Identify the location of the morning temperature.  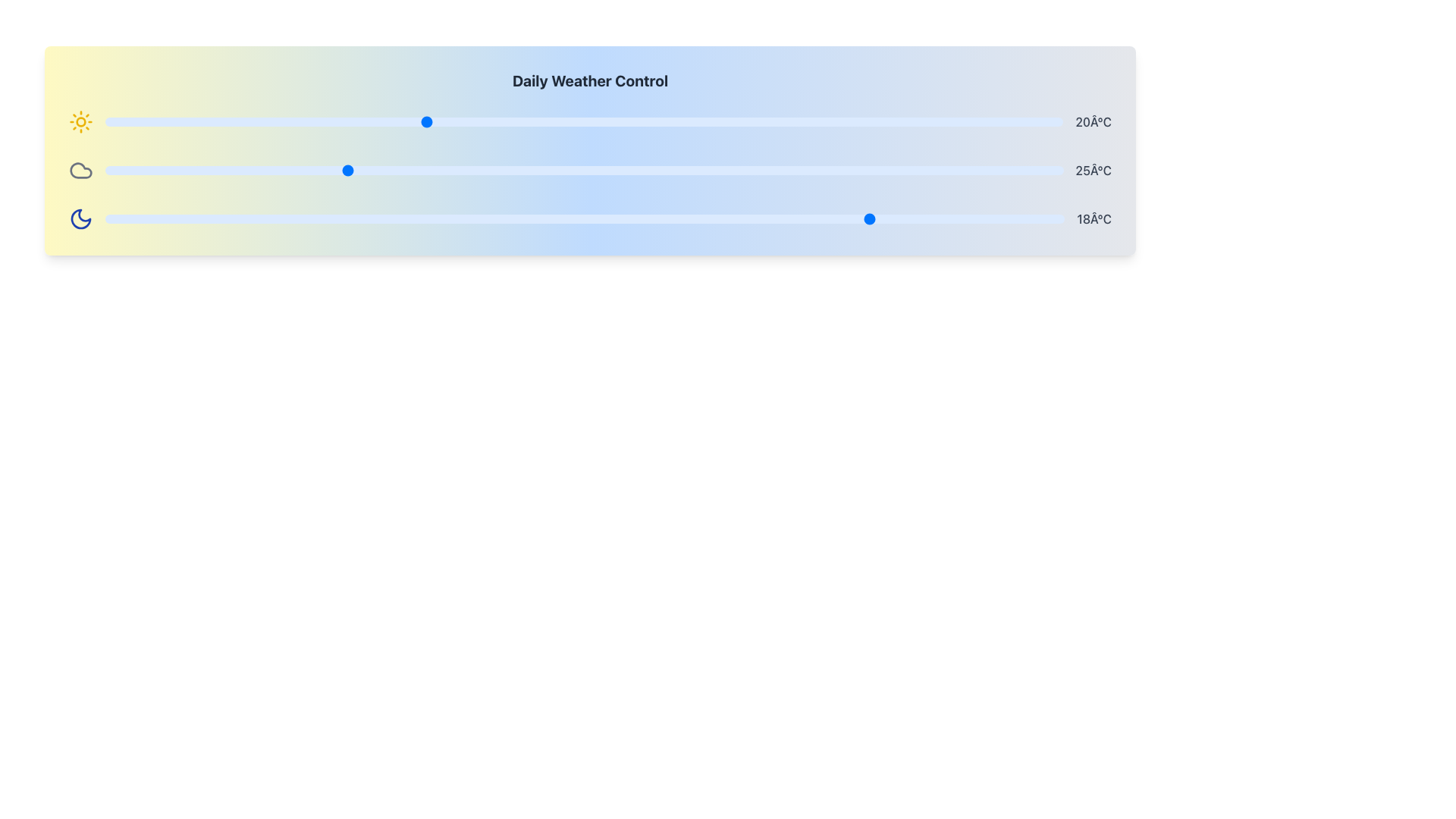
(551, 121).